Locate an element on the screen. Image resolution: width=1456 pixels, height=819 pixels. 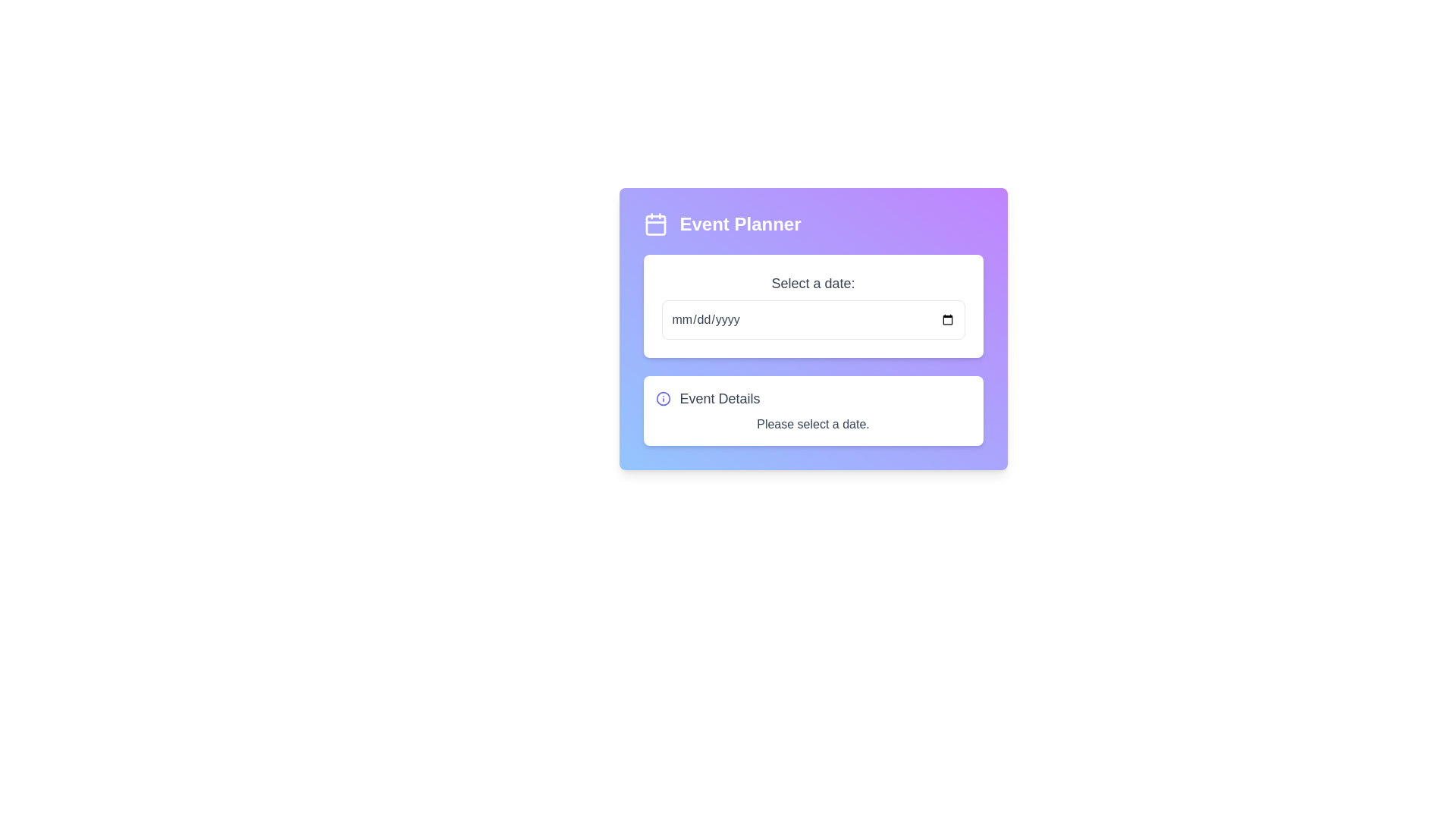
displayed text 'Event Planner' which is styled with a large, bold font and white color, located in the top-left corner of the card UI, to the right of a calendar icon is located at coordinates (740, 224).